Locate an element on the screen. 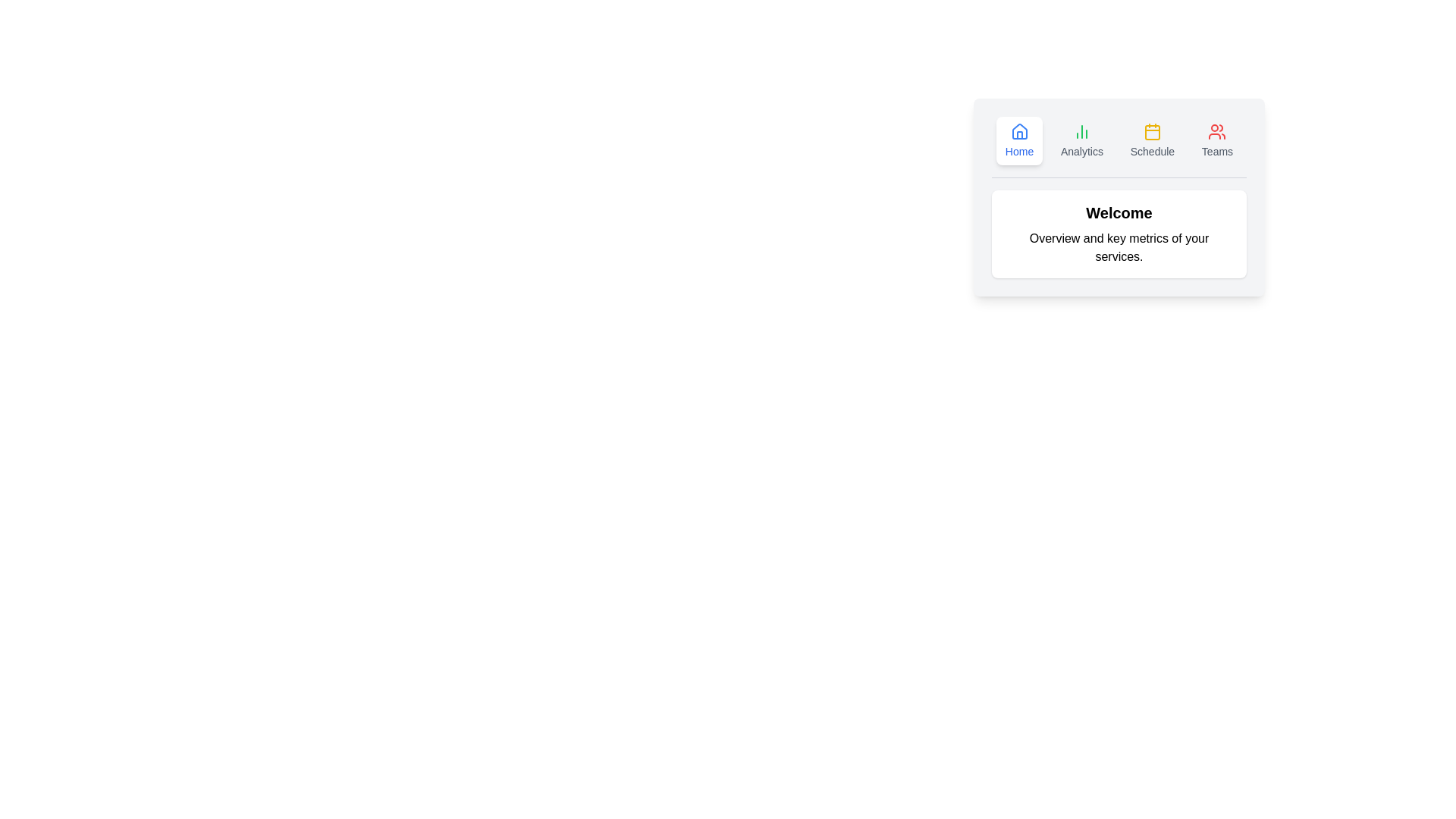 Image resolution: width=1456 pixels, height=819 pixels. the green vertical bar chart icon located within the 'Analytics' menu item, which is the second item in a horizontal navigation menu is located at coordinates (1081, 130).